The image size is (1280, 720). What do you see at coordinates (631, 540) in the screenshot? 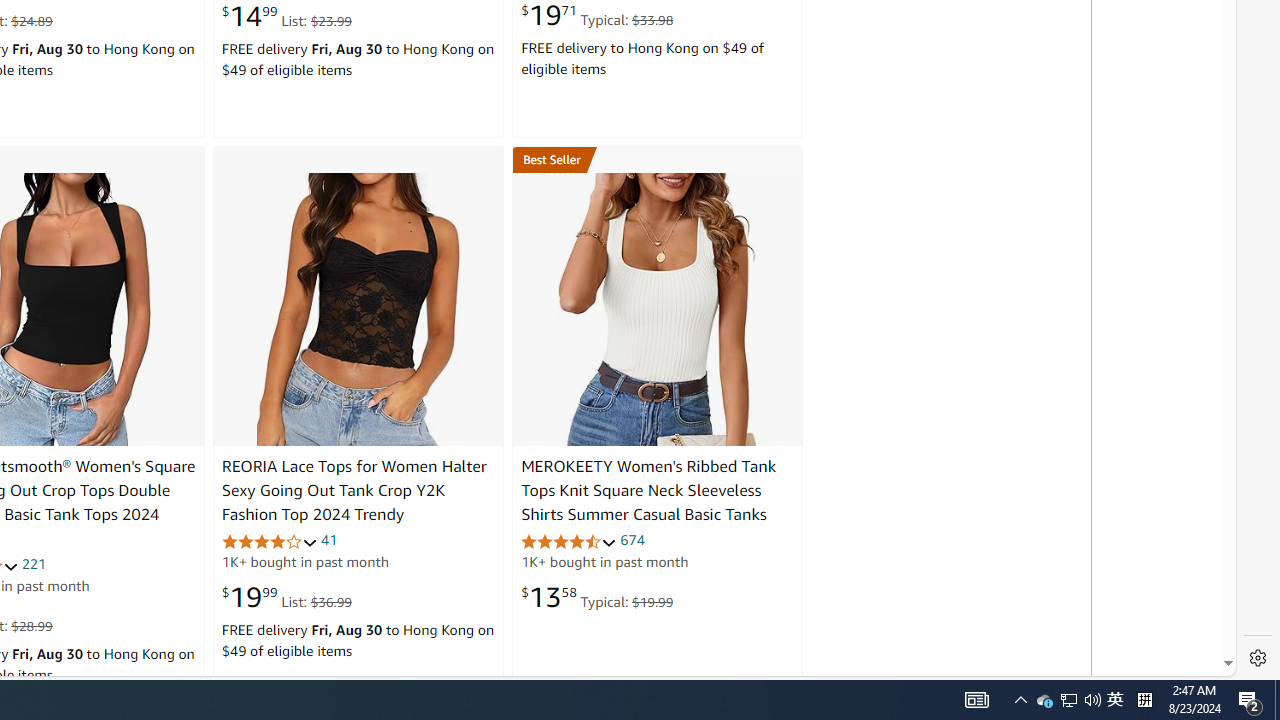
I see `'674'` at bounding box center [631, 540].